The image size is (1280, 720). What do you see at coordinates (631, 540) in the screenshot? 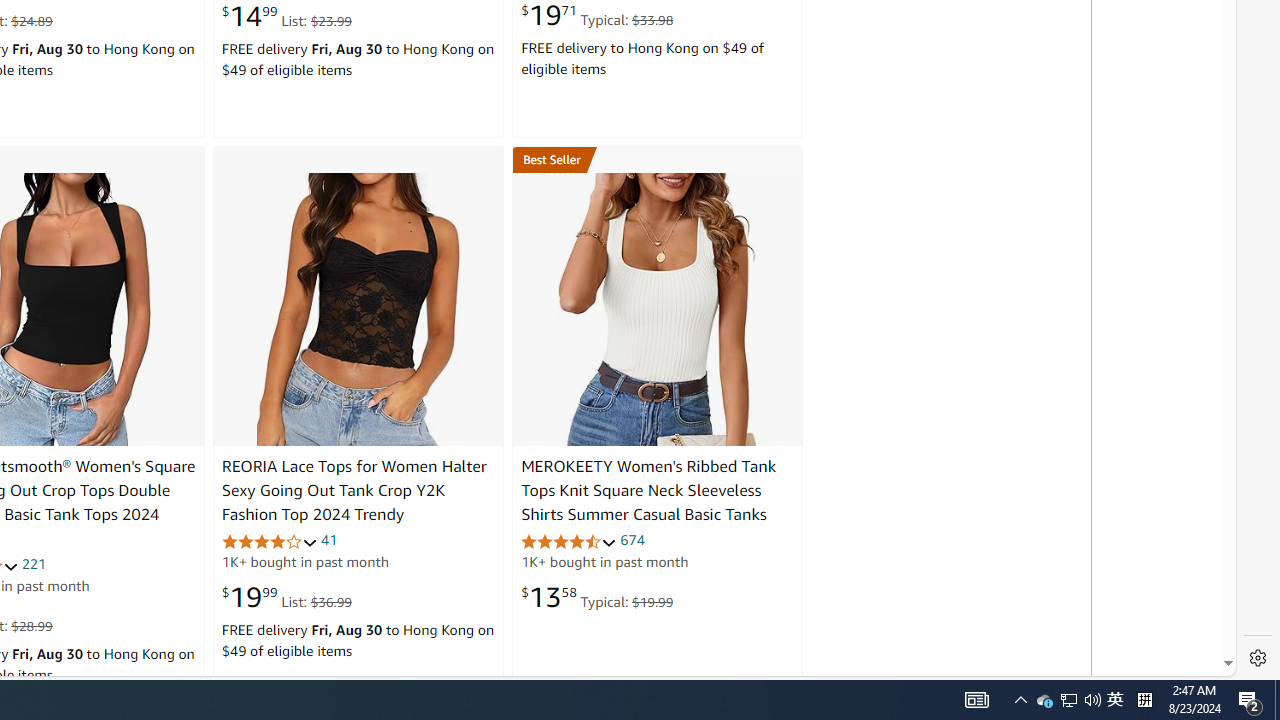
I see `'674'` at bounding box center [631, 540].